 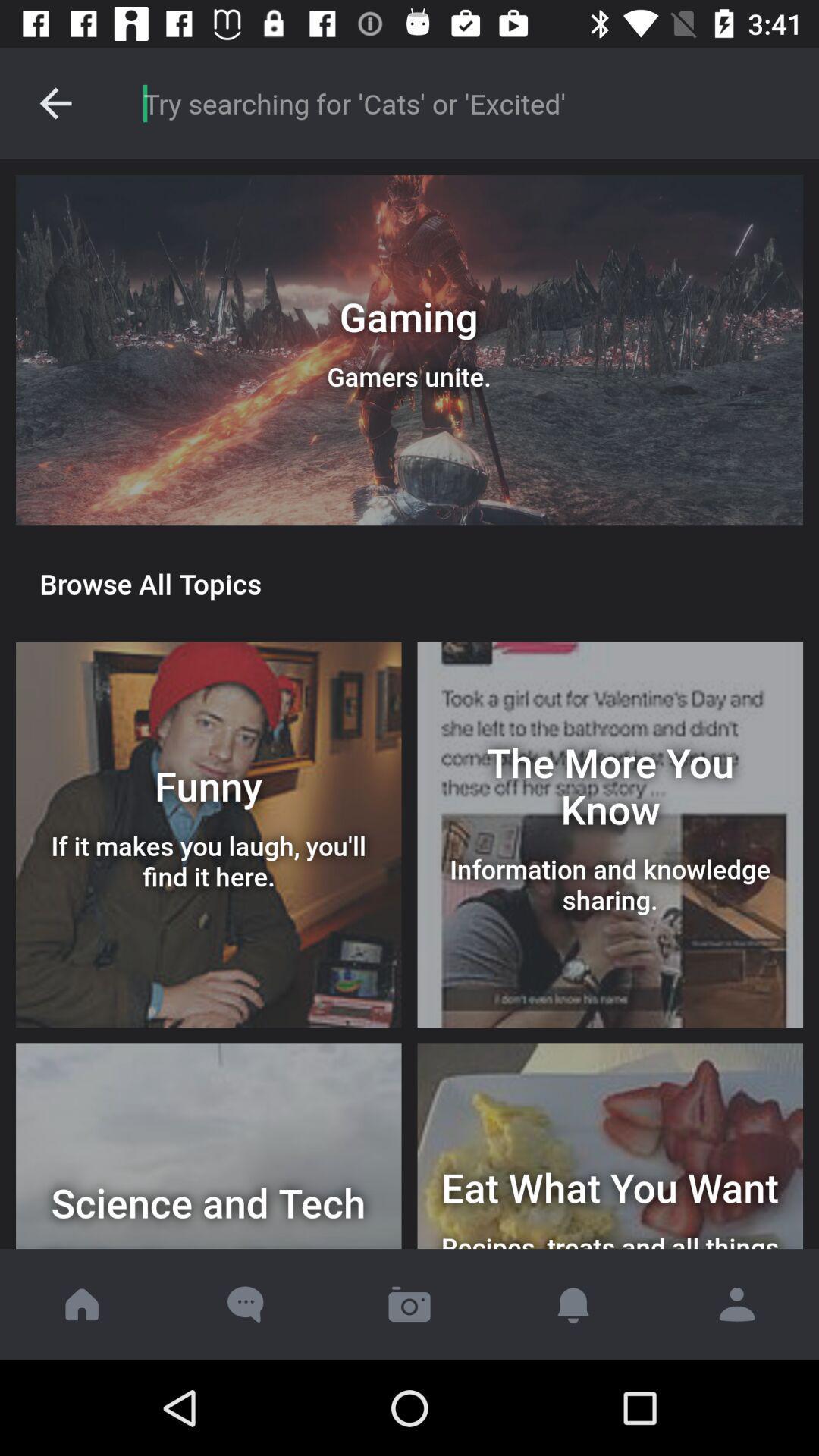 What do you see at coordinates (464, 102) in the screenshot?
I see `type search word` at bounding box center [464, 102].